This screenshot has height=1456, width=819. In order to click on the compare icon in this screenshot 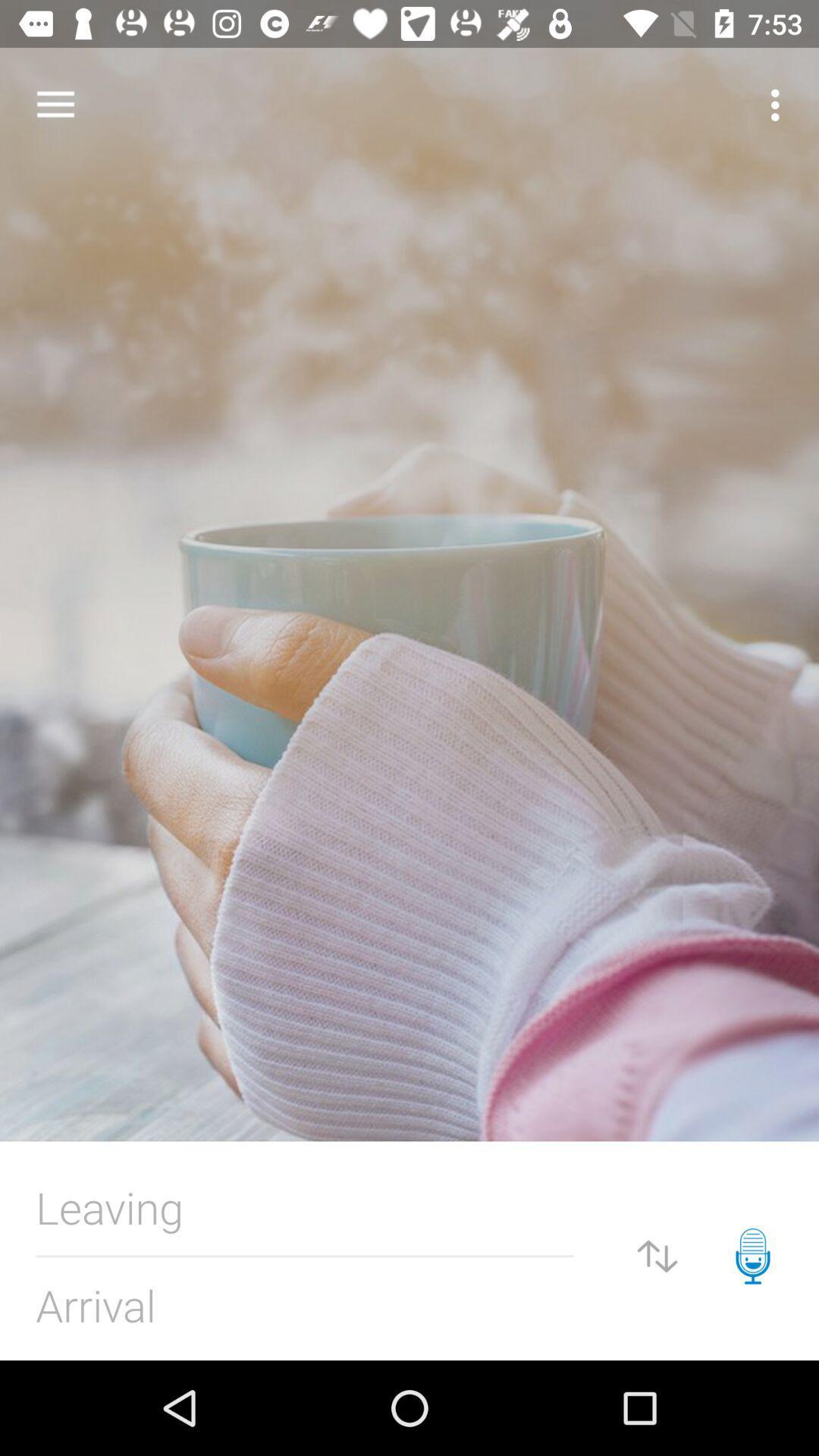, I will do `click(657, 1256)`.